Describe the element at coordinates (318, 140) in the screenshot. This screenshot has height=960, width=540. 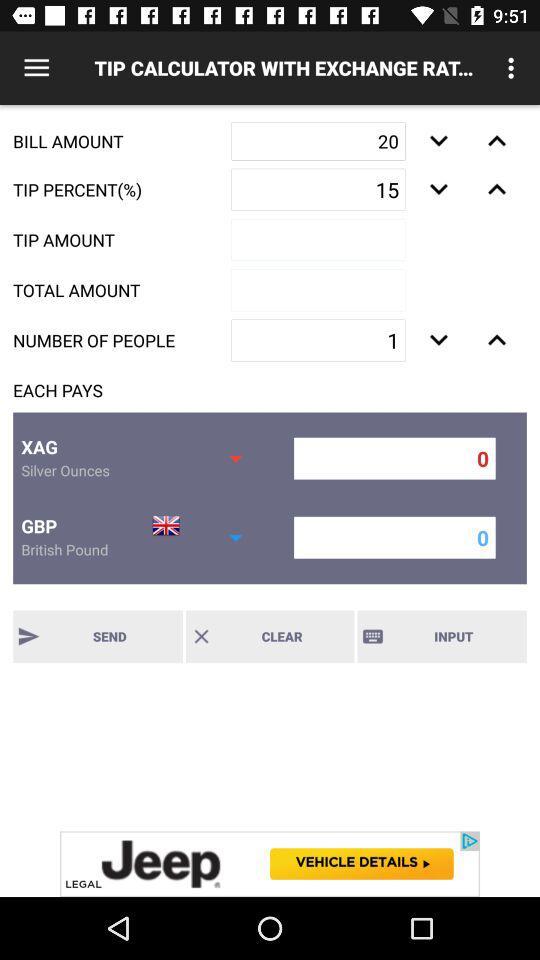
I see `text box mark 20 beside bill amount` at that location.